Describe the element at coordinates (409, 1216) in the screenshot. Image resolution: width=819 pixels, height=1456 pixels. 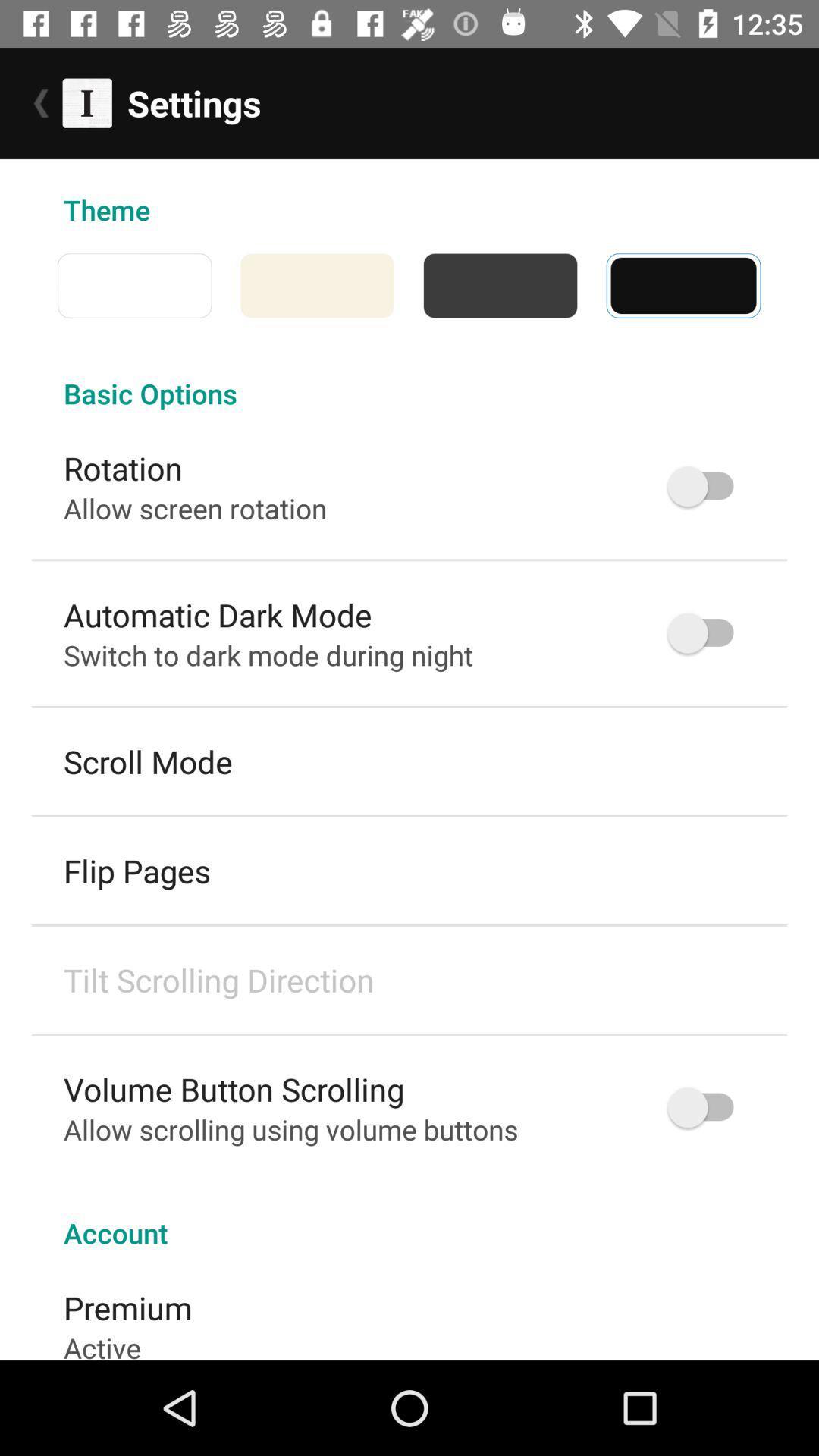
I see `the account` at that location.